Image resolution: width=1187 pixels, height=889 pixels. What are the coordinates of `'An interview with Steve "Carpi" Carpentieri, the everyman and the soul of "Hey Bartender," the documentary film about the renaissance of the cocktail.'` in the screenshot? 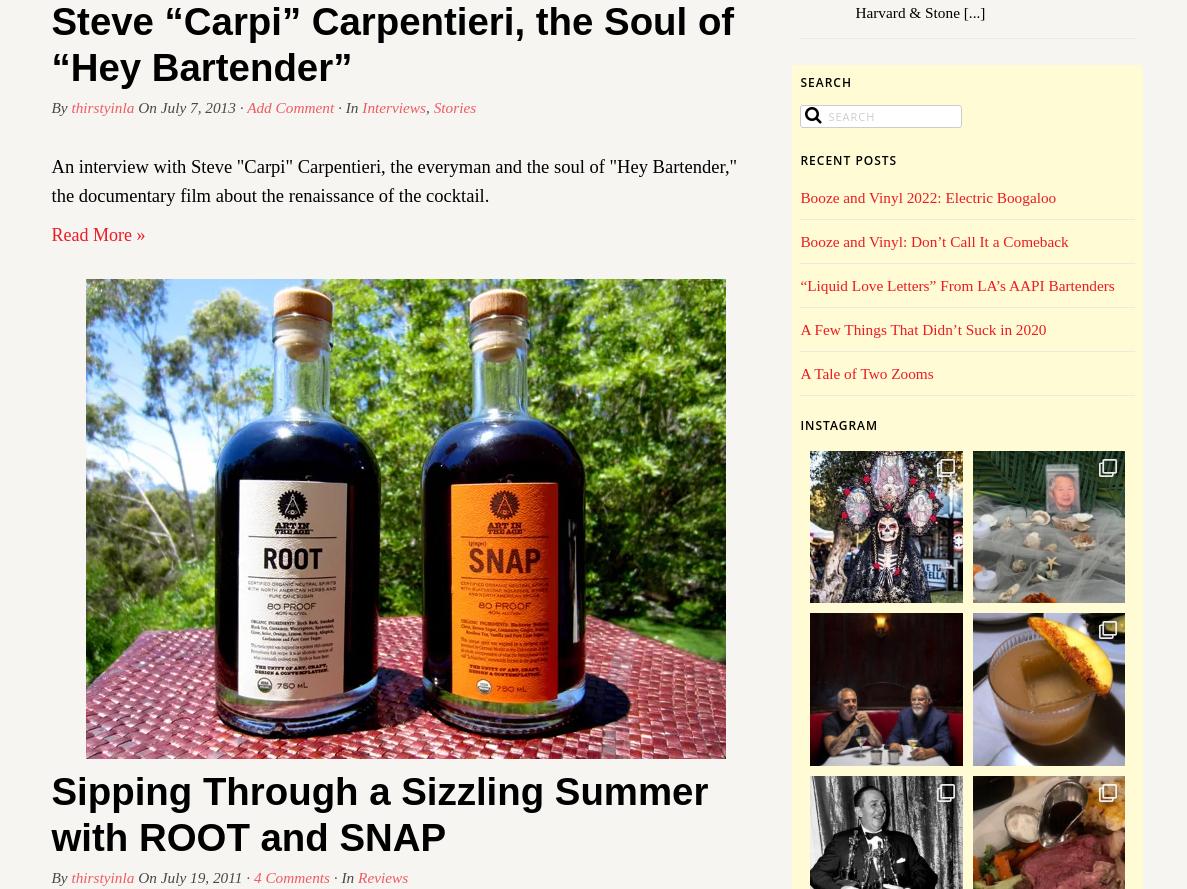 It's located at (393, 180).